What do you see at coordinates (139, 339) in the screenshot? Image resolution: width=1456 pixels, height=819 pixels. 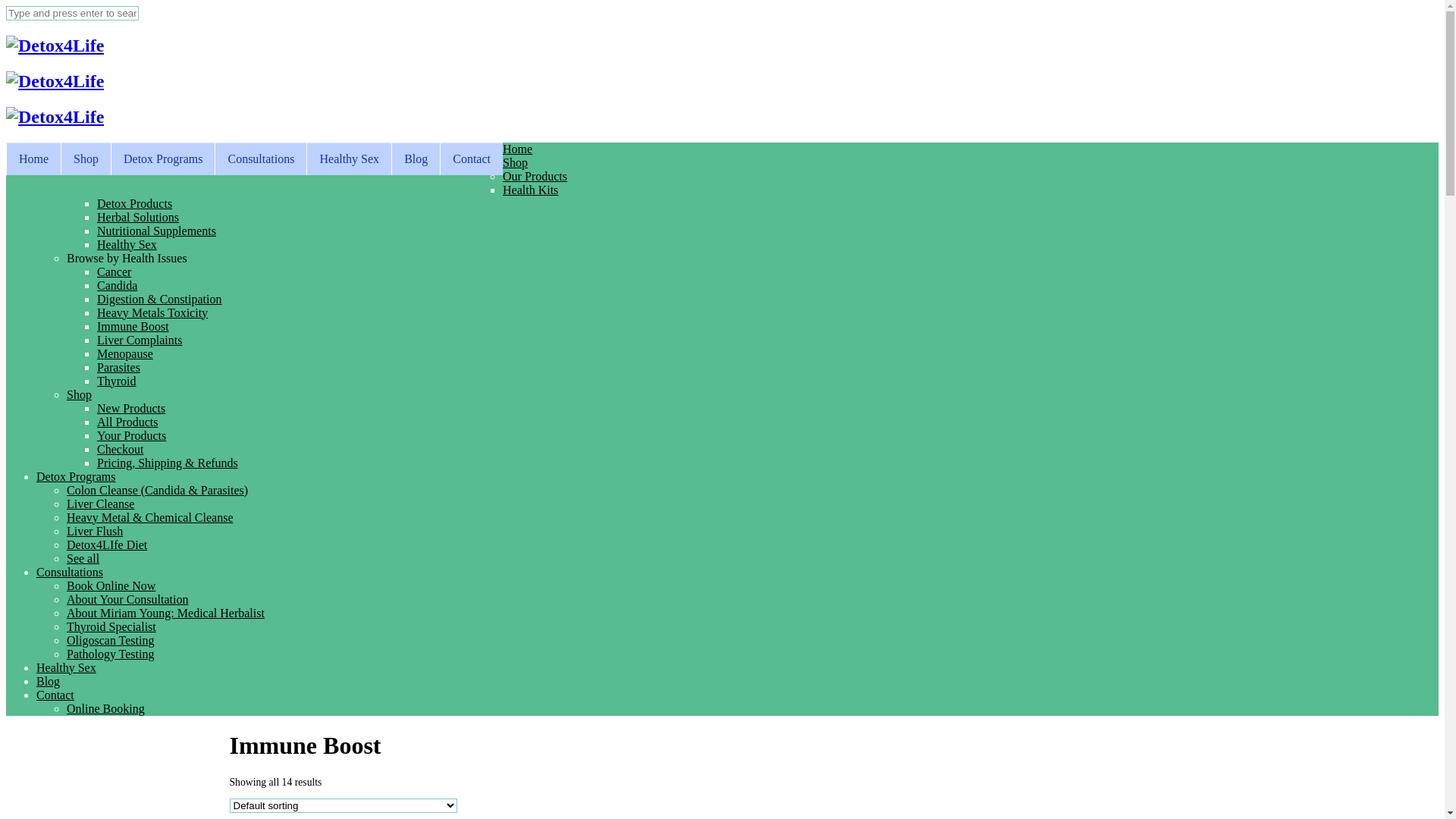 I see `'Liver Complaints'` at bounding box center [139, 339].